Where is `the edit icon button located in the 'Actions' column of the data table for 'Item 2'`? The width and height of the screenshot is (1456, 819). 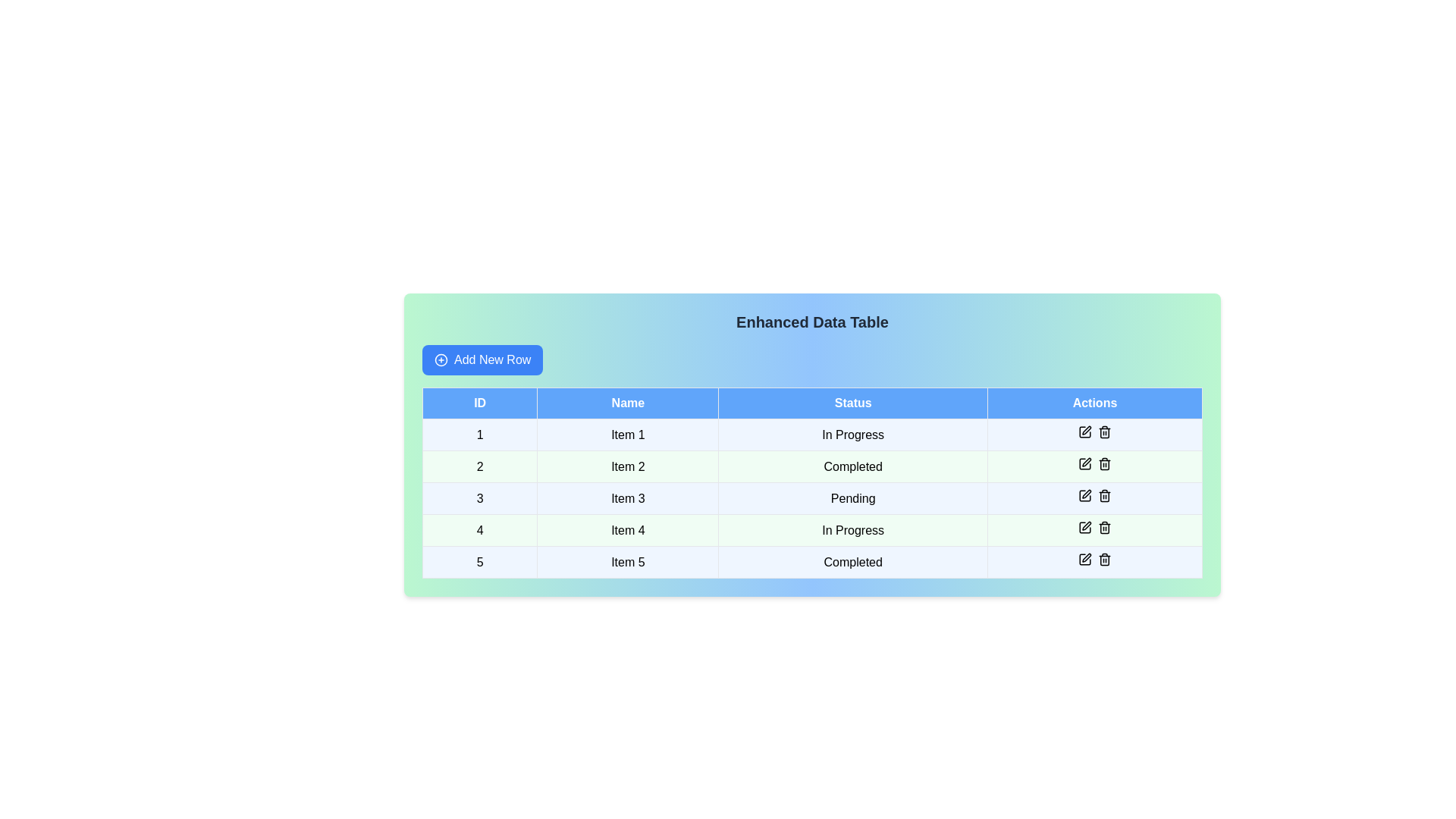 the edit icon button located in the 'Actions' column of the data table for 'Item 2' is located at coordinates (1086, 430).